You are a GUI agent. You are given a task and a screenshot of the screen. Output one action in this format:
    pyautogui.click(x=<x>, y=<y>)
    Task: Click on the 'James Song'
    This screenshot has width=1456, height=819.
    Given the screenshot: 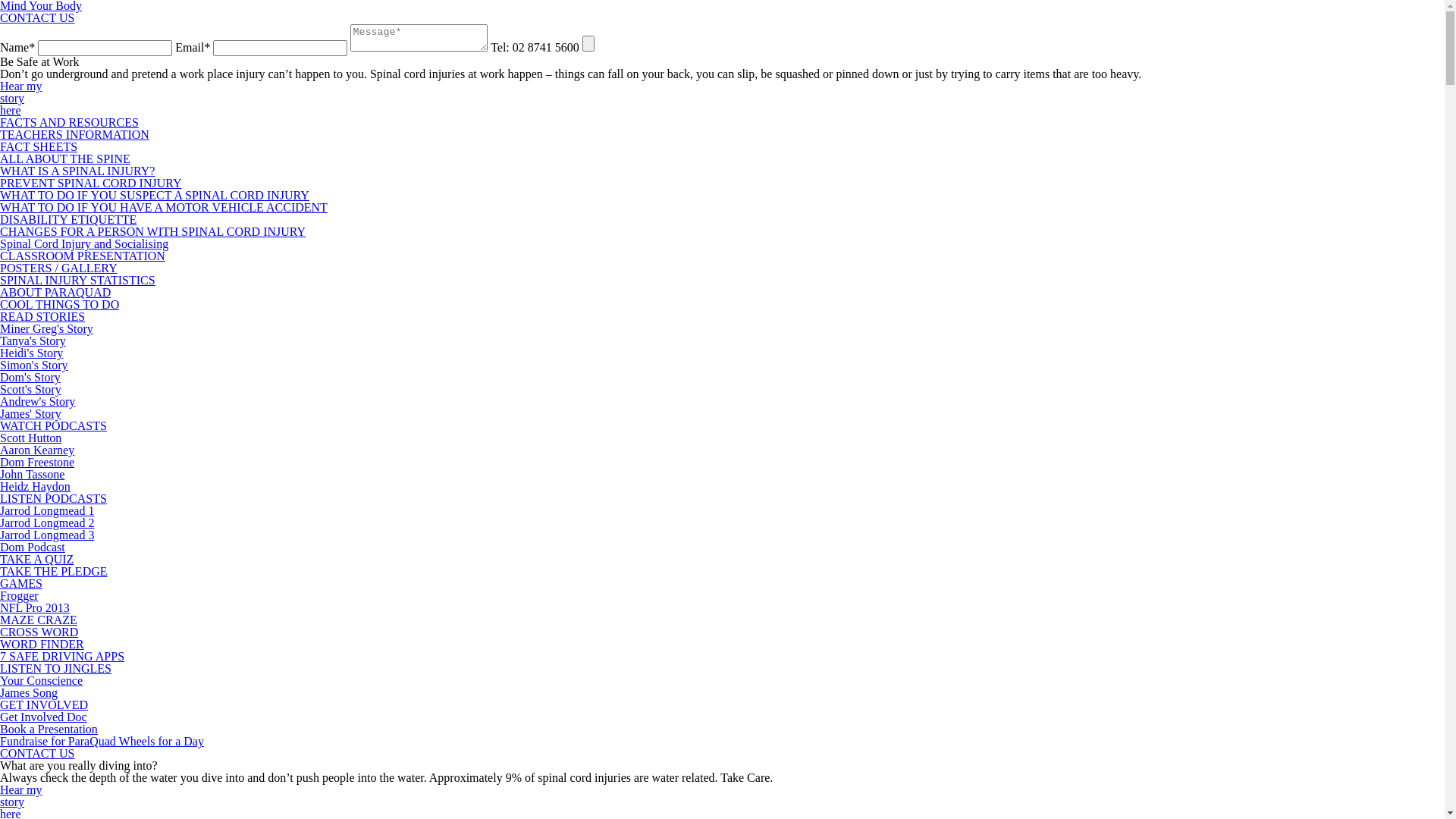 What is the action you would take?
    pyautogui.click(x=0, y=692)
    